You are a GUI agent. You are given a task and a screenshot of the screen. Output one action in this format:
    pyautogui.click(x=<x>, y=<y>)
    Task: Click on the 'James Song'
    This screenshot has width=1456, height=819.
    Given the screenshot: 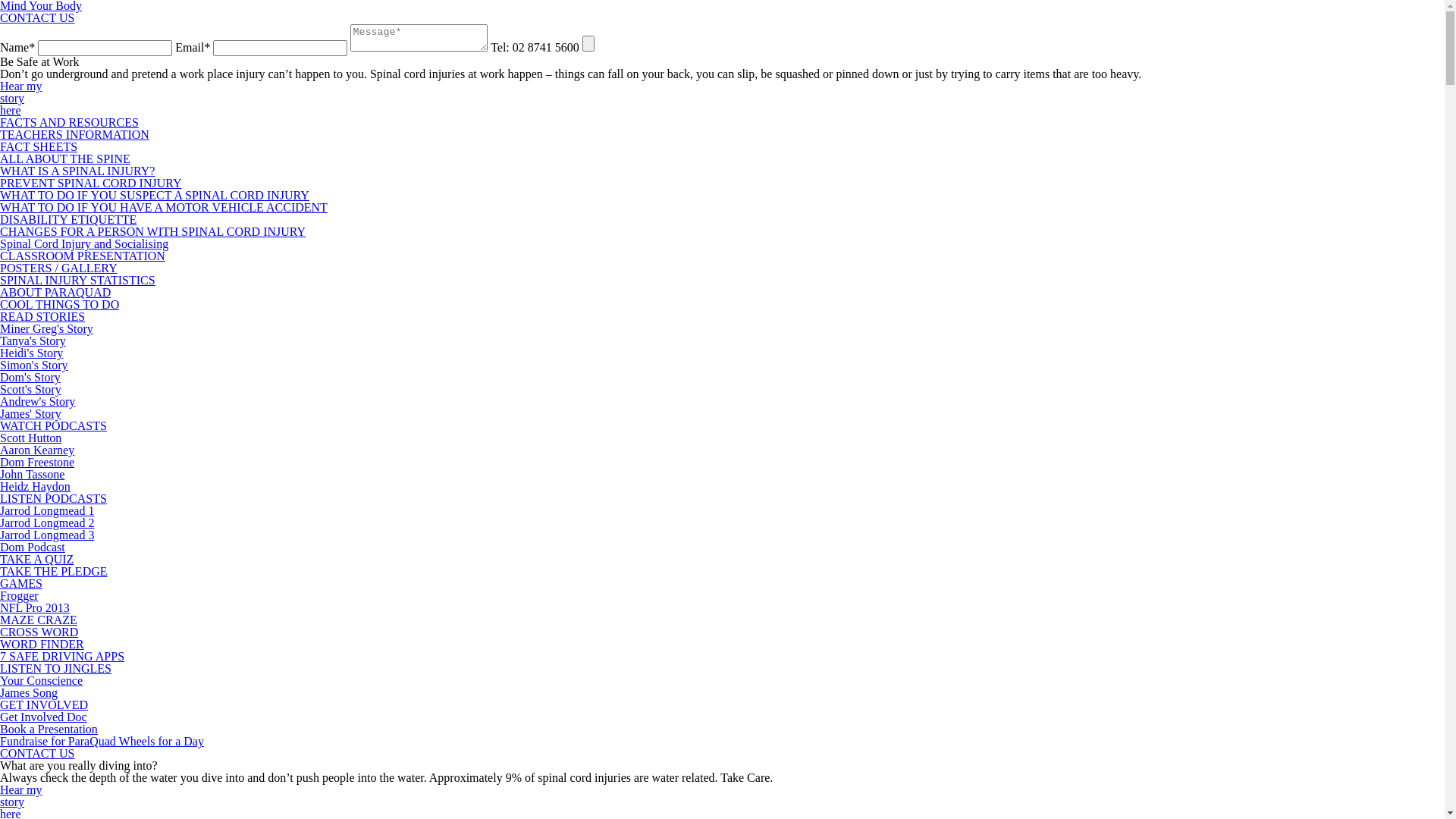 What is the action you would take?
    pyautogui.click(x=0, y=692)
    